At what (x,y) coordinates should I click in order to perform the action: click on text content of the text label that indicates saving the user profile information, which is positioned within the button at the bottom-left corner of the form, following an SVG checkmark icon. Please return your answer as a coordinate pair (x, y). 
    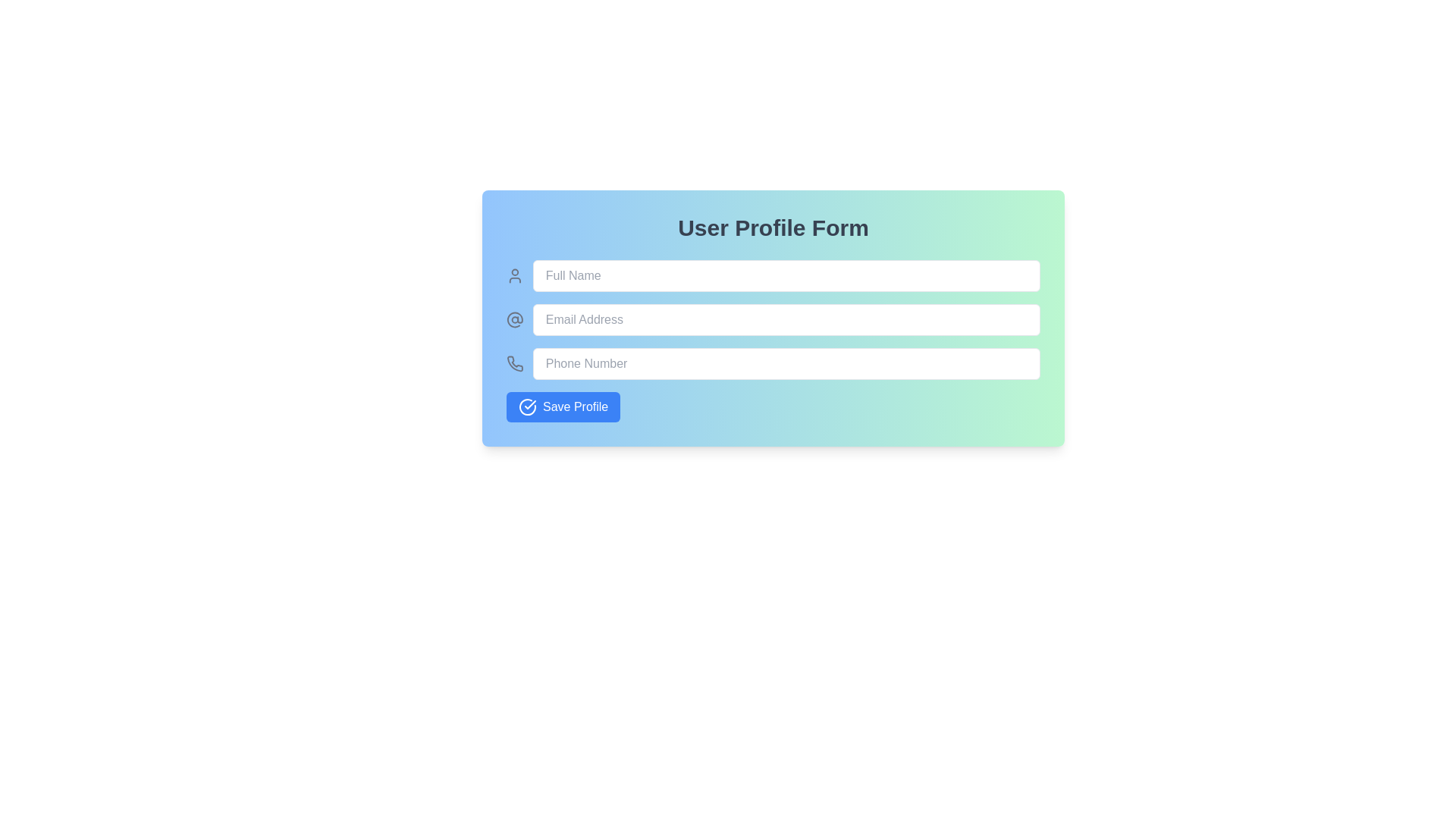
    Looking at the image, I should click on (575, 406).